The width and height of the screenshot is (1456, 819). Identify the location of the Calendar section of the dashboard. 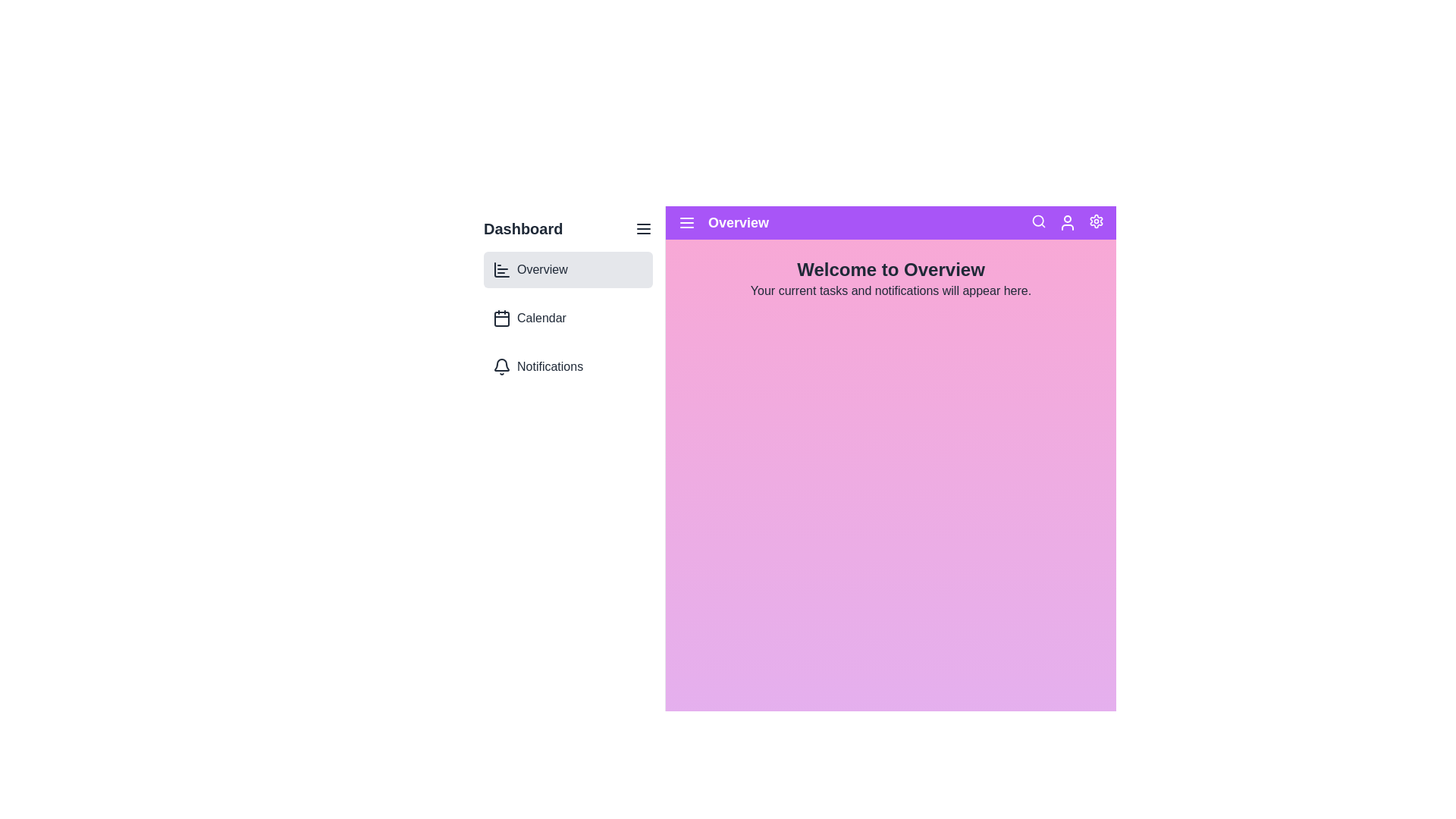
(567, 318).